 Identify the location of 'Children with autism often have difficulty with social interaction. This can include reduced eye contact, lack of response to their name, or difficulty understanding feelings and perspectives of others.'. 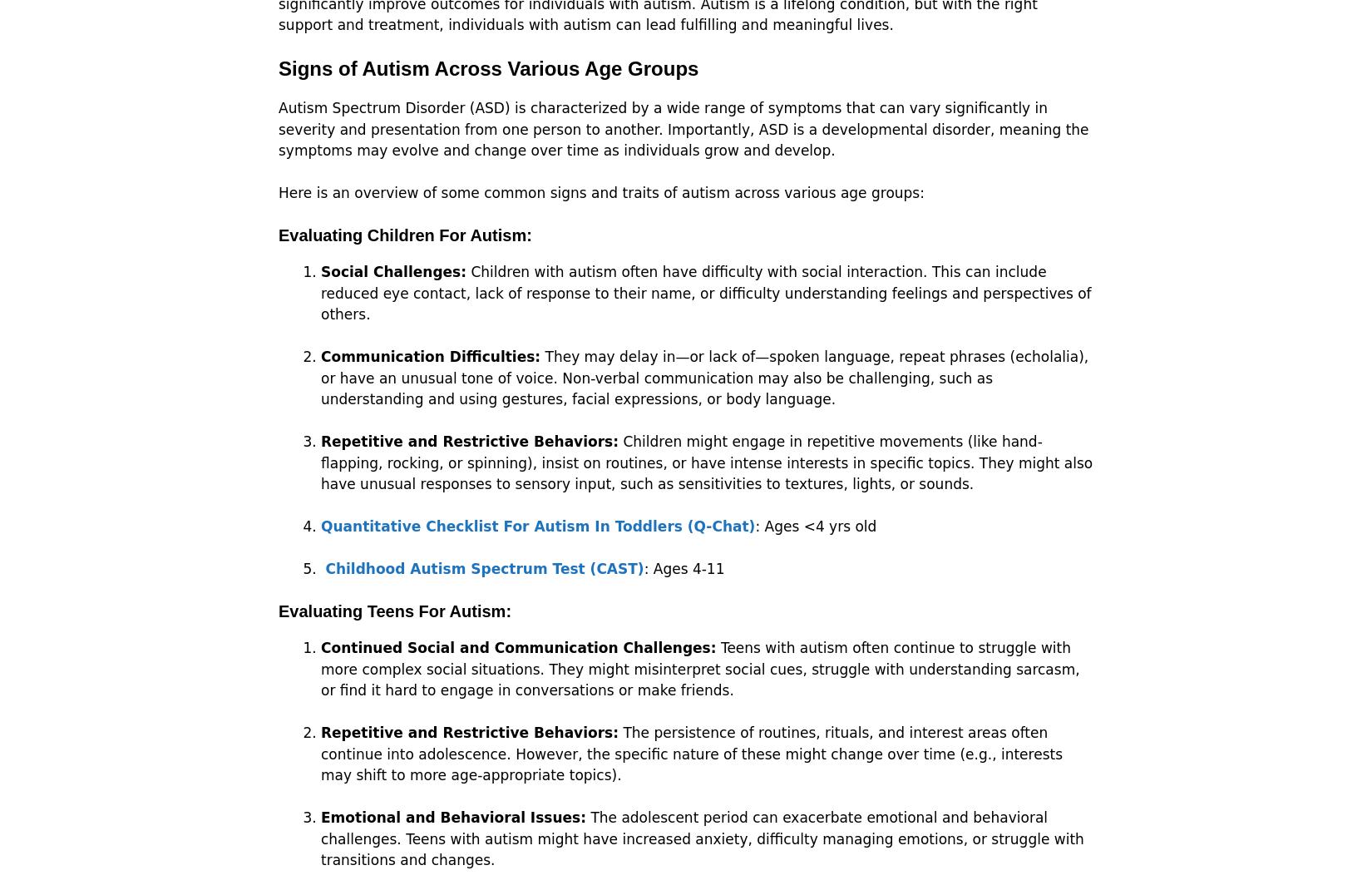
(705, 293).